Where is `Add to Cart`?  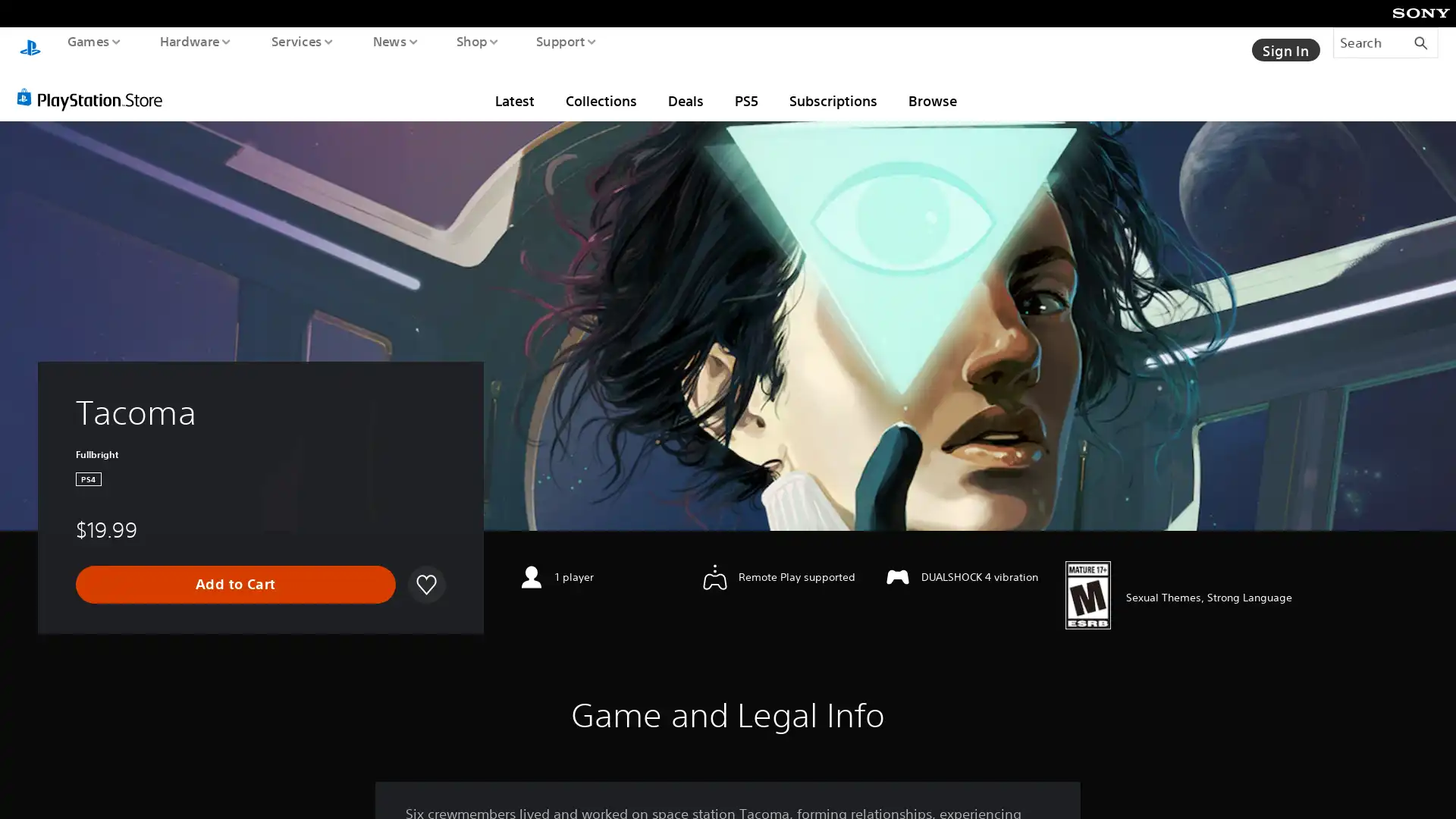 Add to Cart is located at coordinates (234, 570).